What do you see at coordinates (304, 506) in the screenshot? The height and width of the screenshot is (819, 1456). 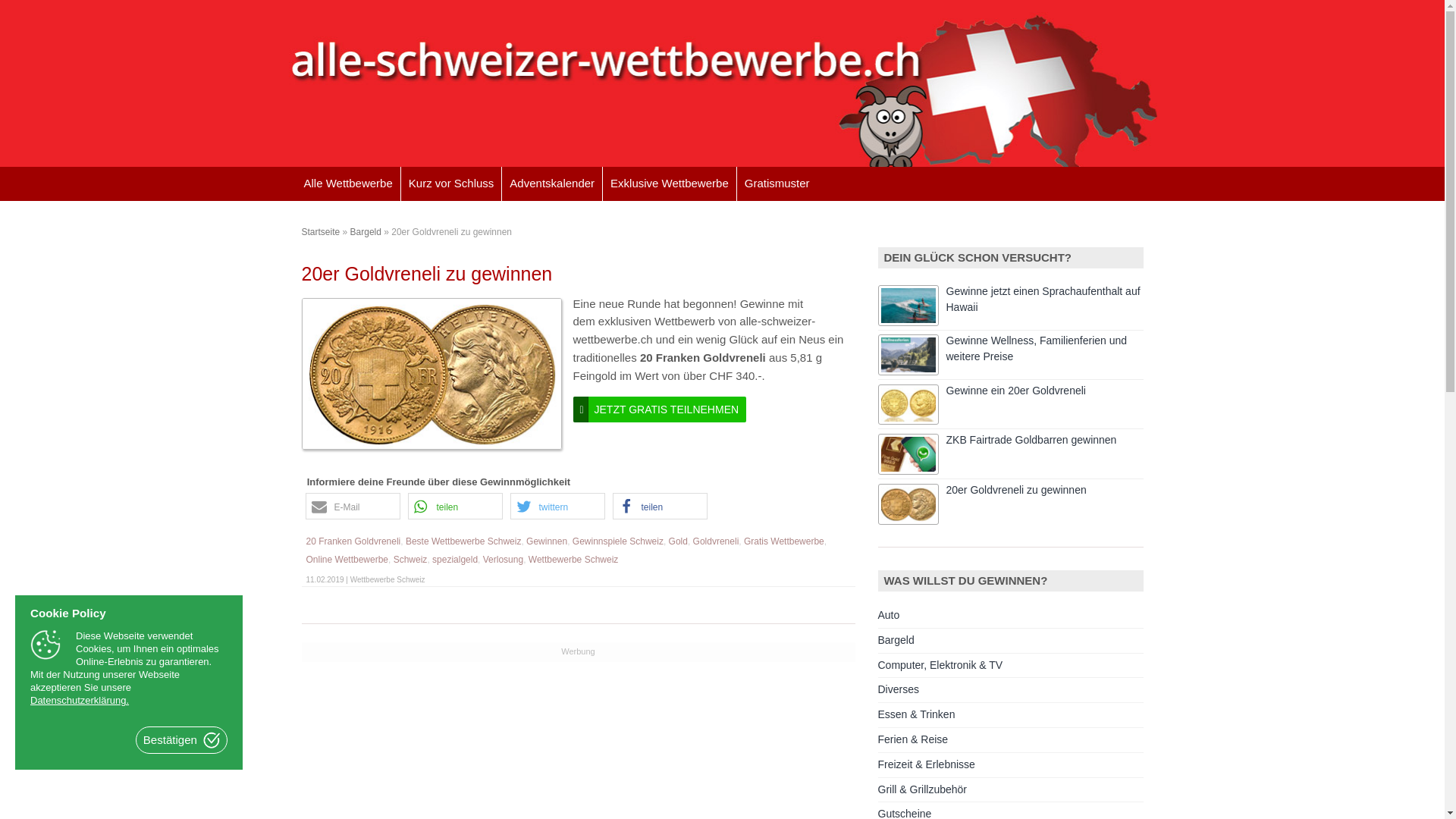 I see `'E-Mail '` at bounding box center [304, 506].